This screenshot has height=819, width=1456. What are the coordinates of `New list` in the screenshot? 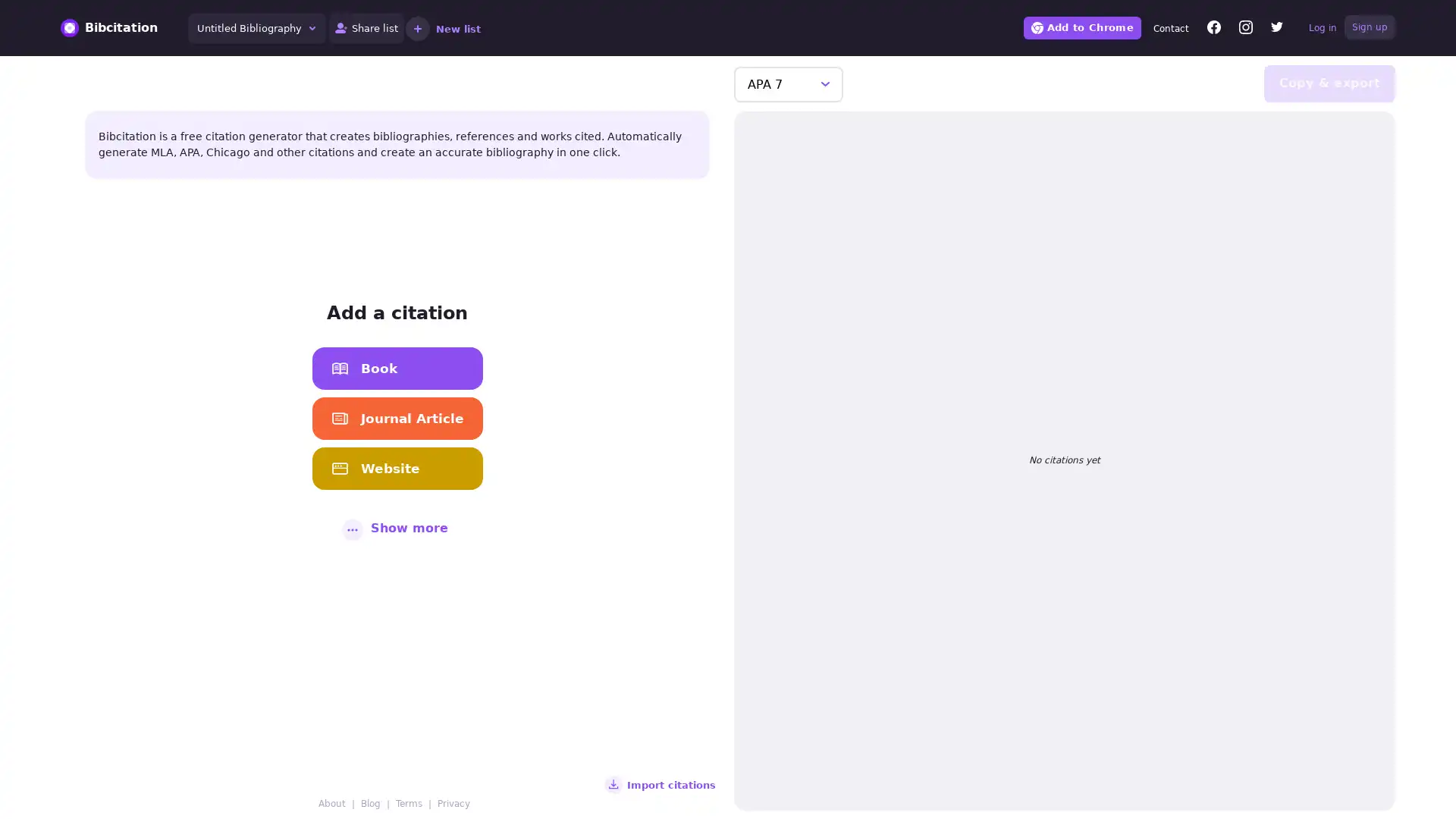 It's located at (442, 28).